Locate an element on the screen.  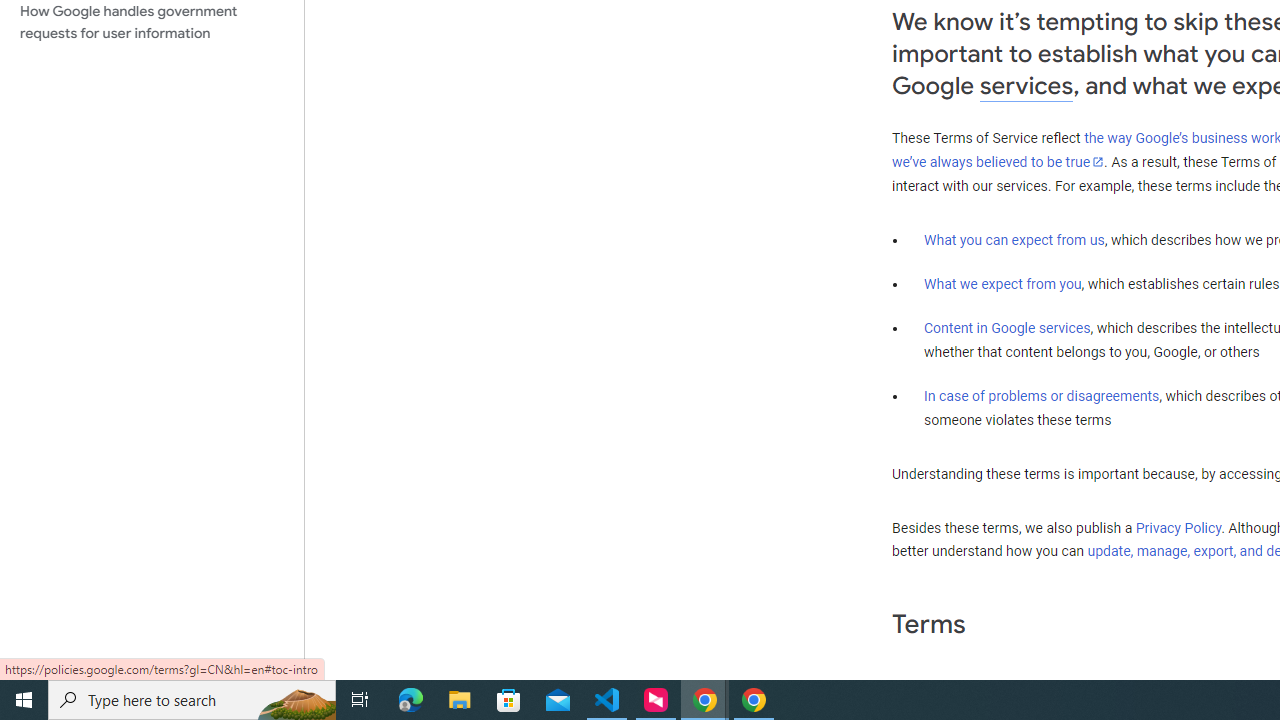
'Content in Google services' is located at coordinates (1007, 326).